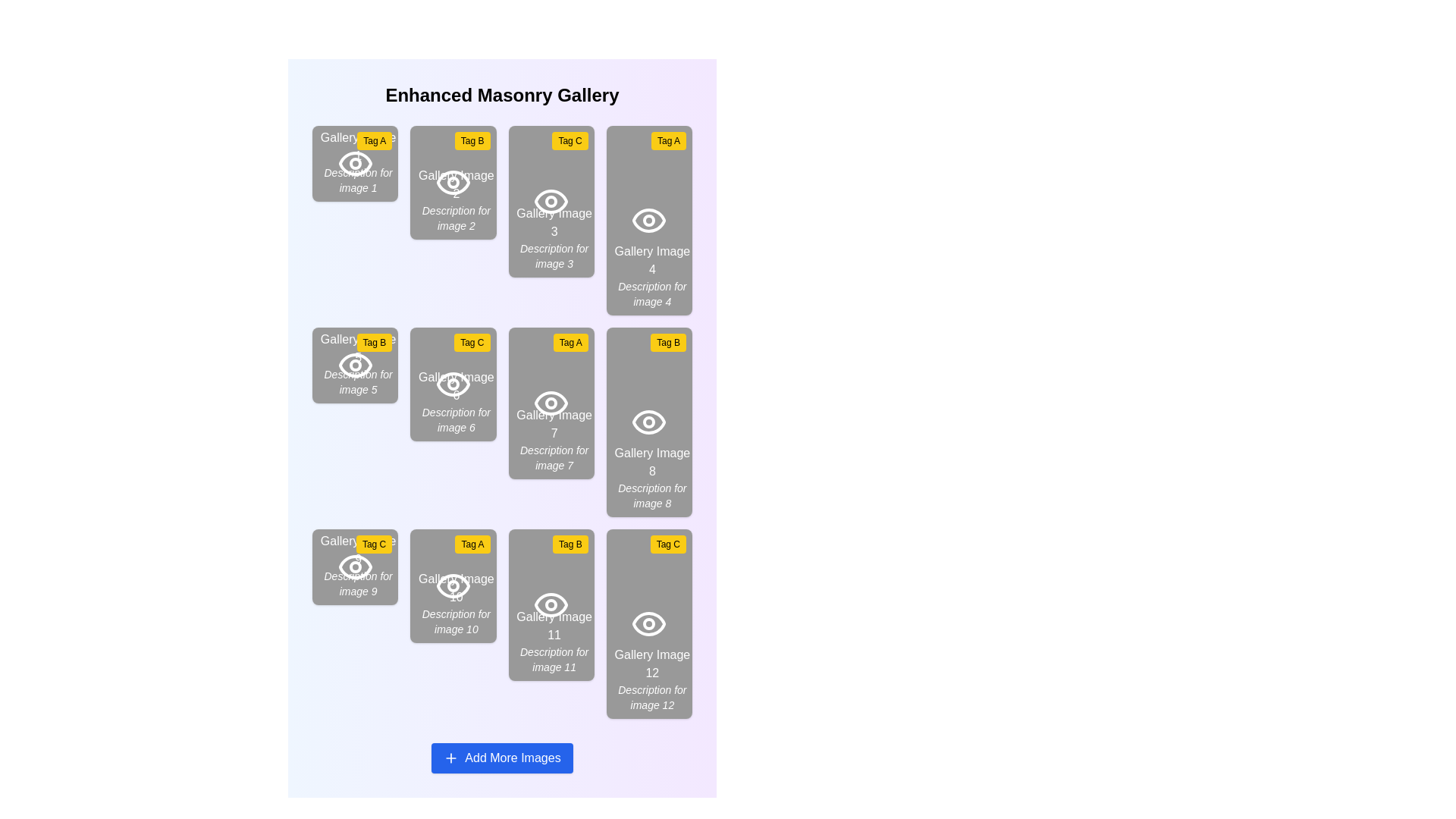 The height and width of the screenshot is (819, 1456). I want to click on text of the Static Text Label that identifies the gallery item for image 3, positioned centrally in the third row of the gallery, so click(554, 222).